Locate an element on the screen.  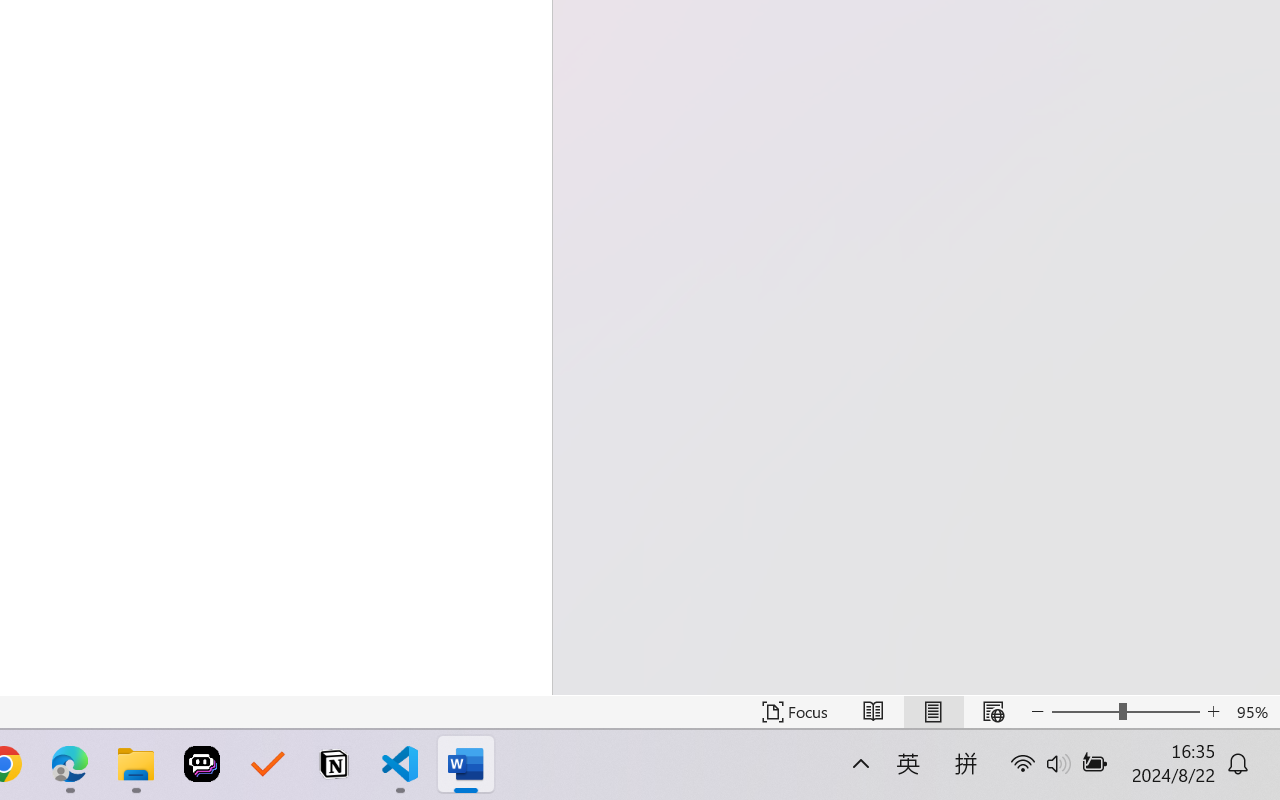
'Zoom 95%' is located at coordinates (1252, 711).